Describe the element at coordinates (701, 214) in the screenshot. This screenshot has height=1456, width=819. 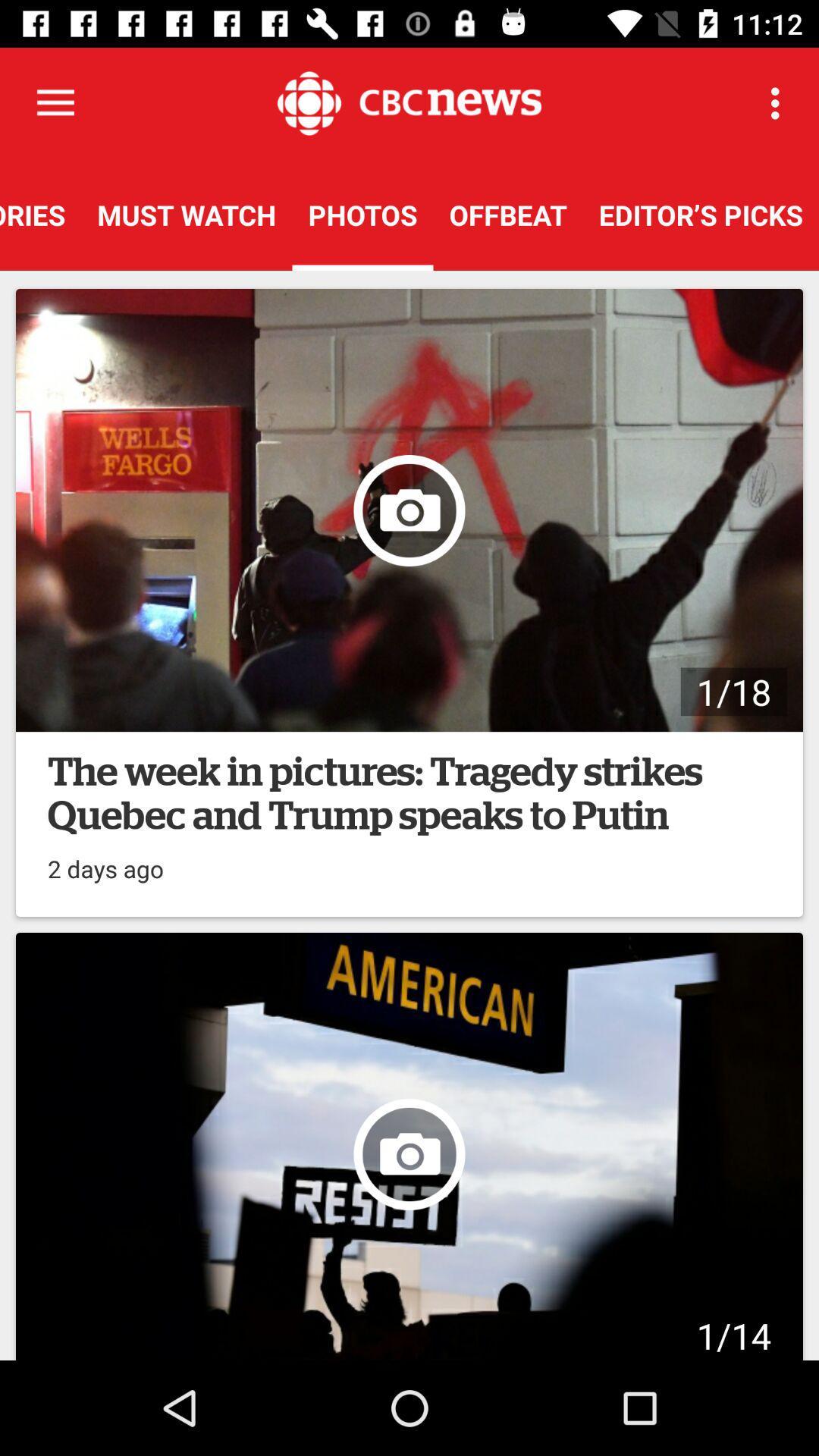
I see `the item next to the offbeat` at that location.